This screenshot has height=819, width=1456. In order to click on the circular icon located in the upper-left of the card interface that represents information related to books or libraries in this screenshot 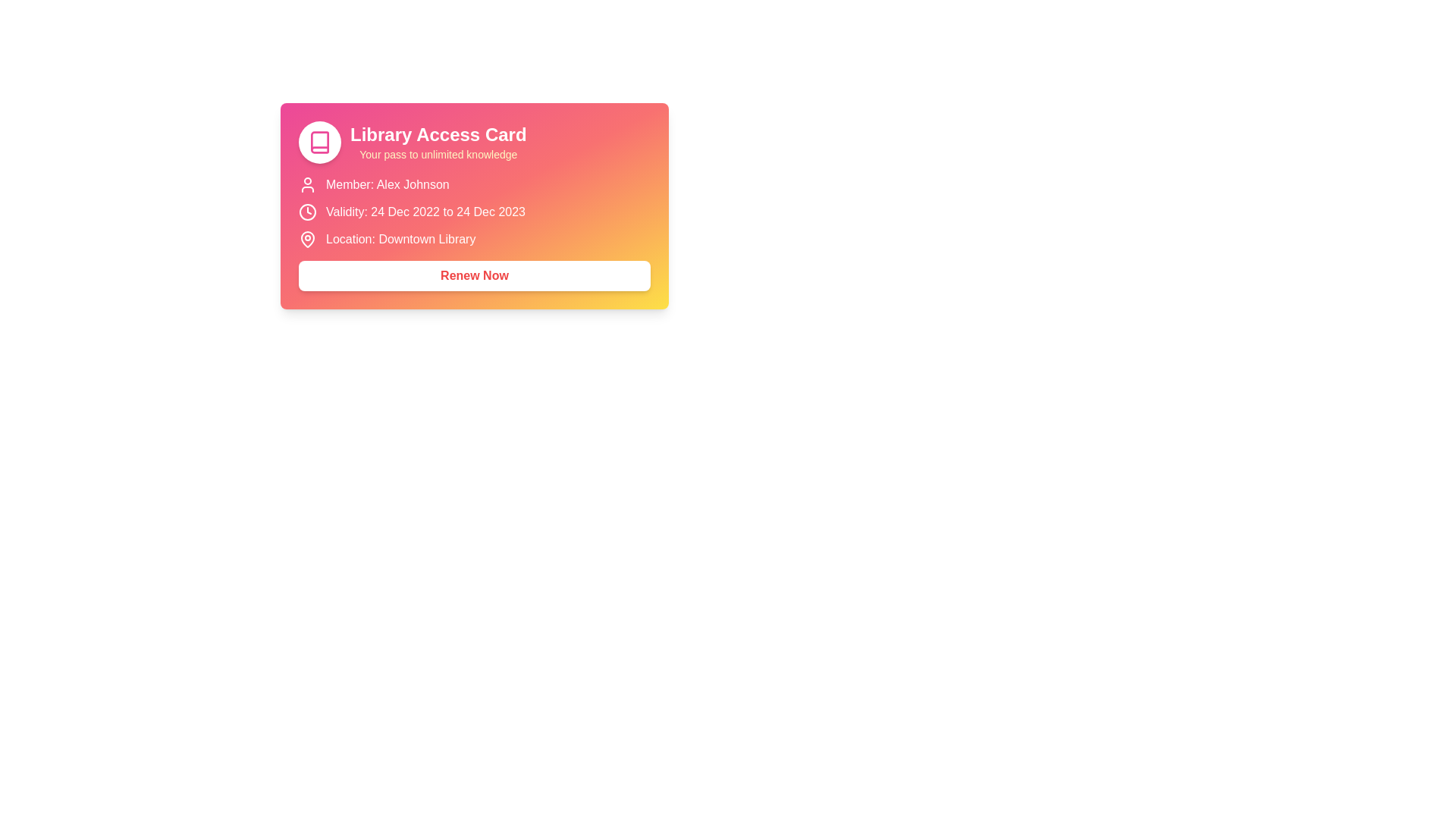, I will do `click(319, 143)`.